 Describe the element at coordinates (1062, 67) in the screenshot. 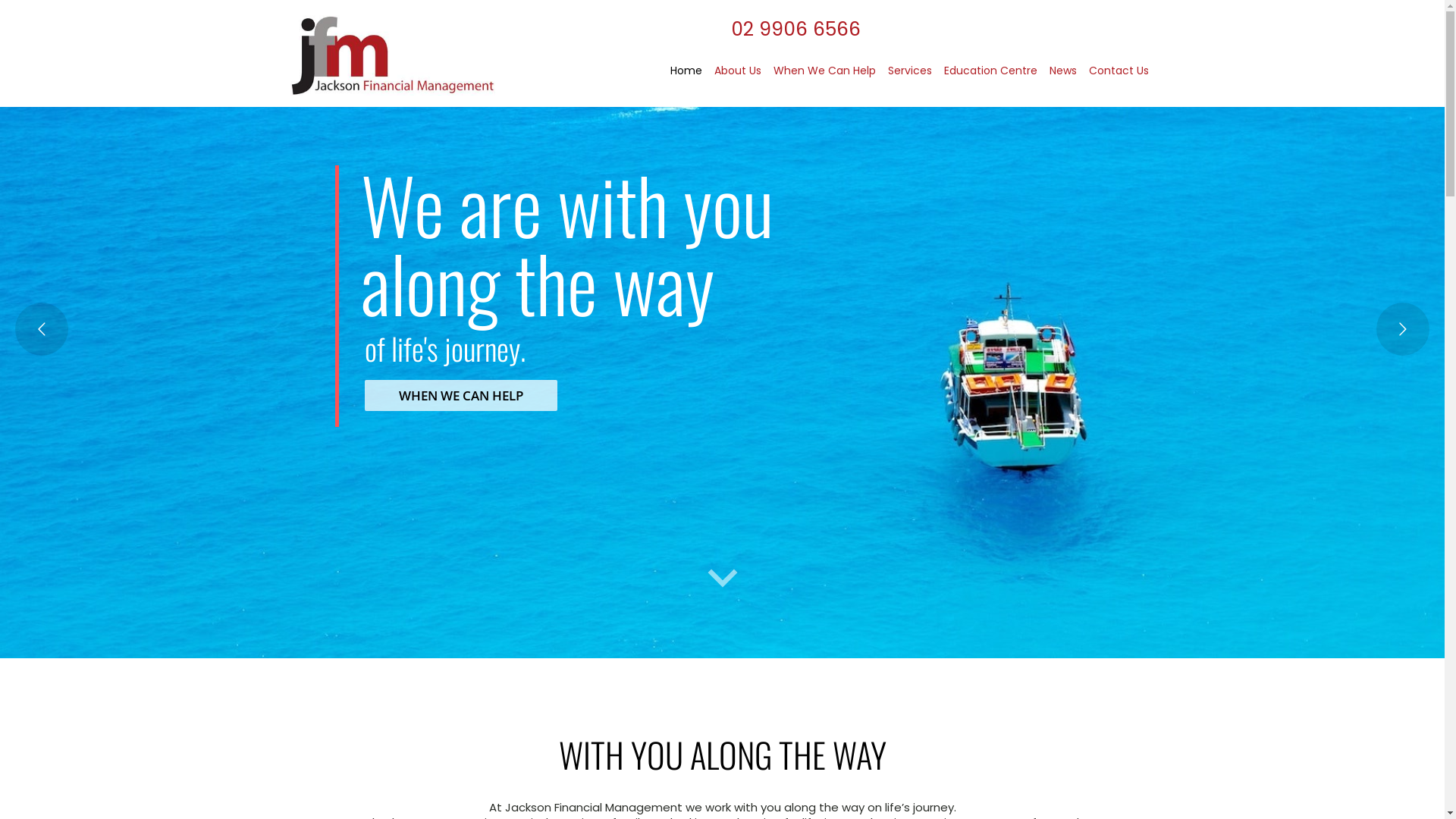

I see `'News'` at that location.